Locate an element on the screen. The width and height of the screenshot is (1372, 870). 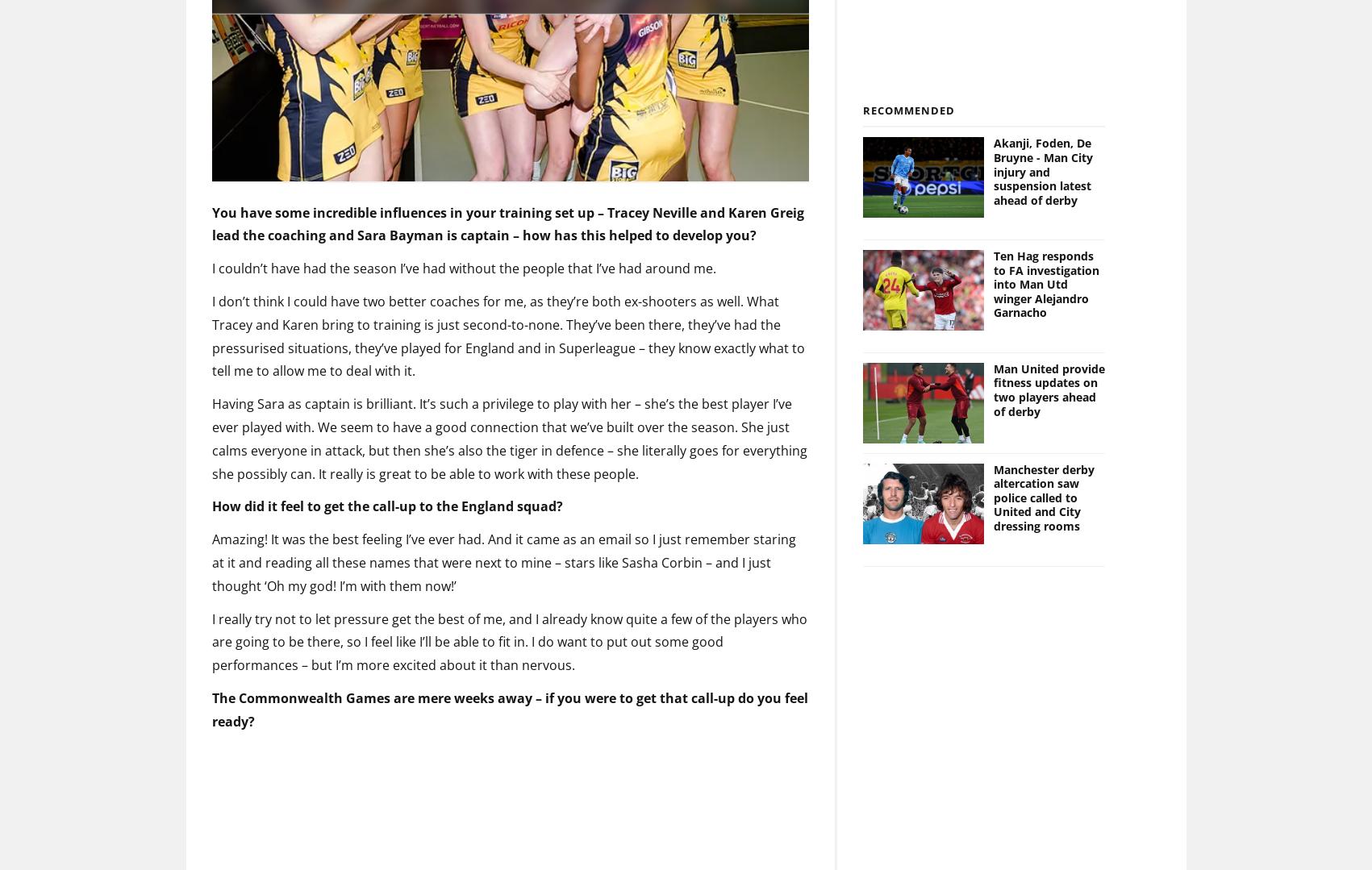
'Manchester derby altercation saw police called to United and City dressing rooms' is located at coordinates (1044, 470).